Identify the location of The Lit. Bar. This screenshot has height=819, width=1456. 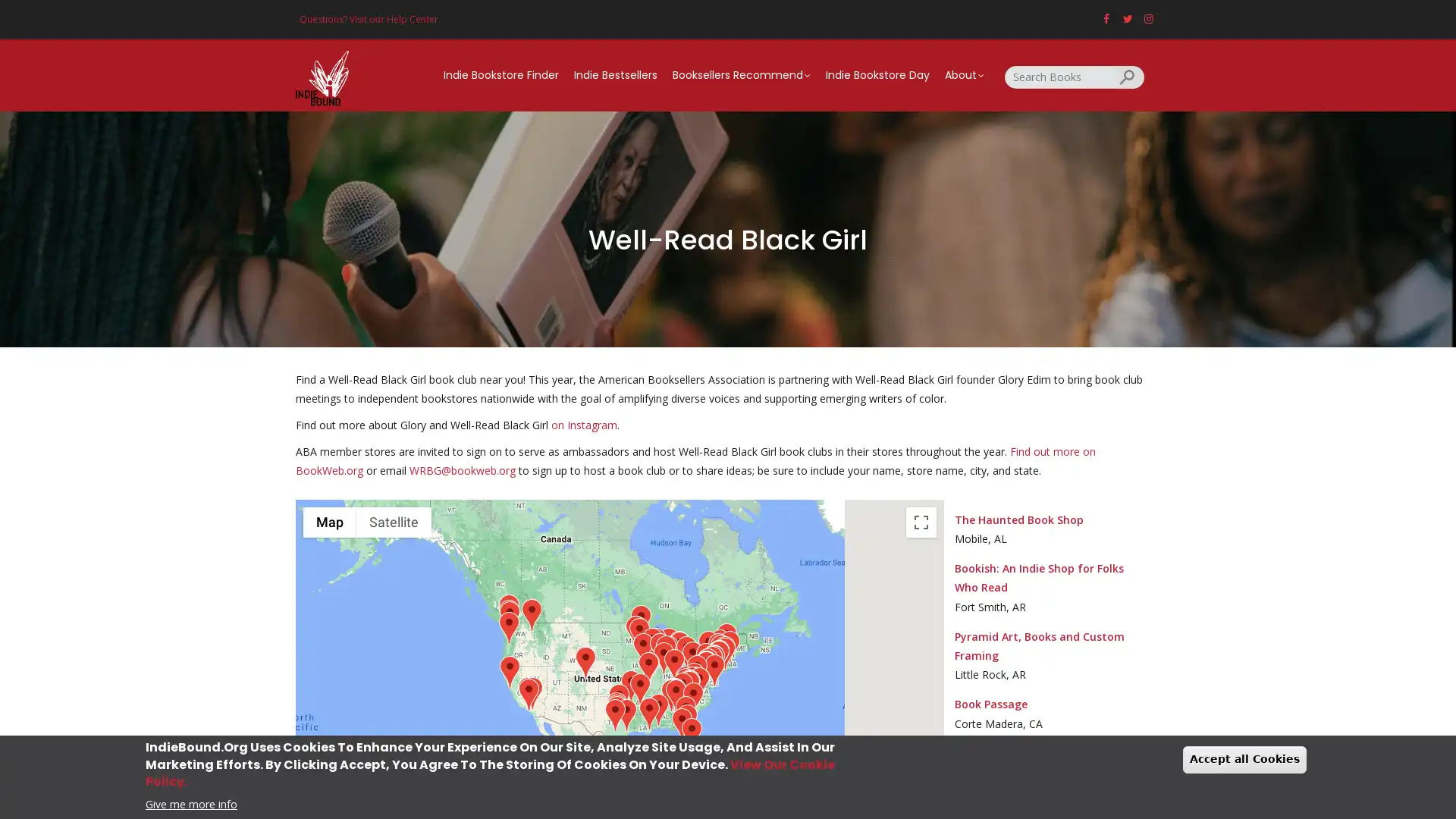
(717, 654).